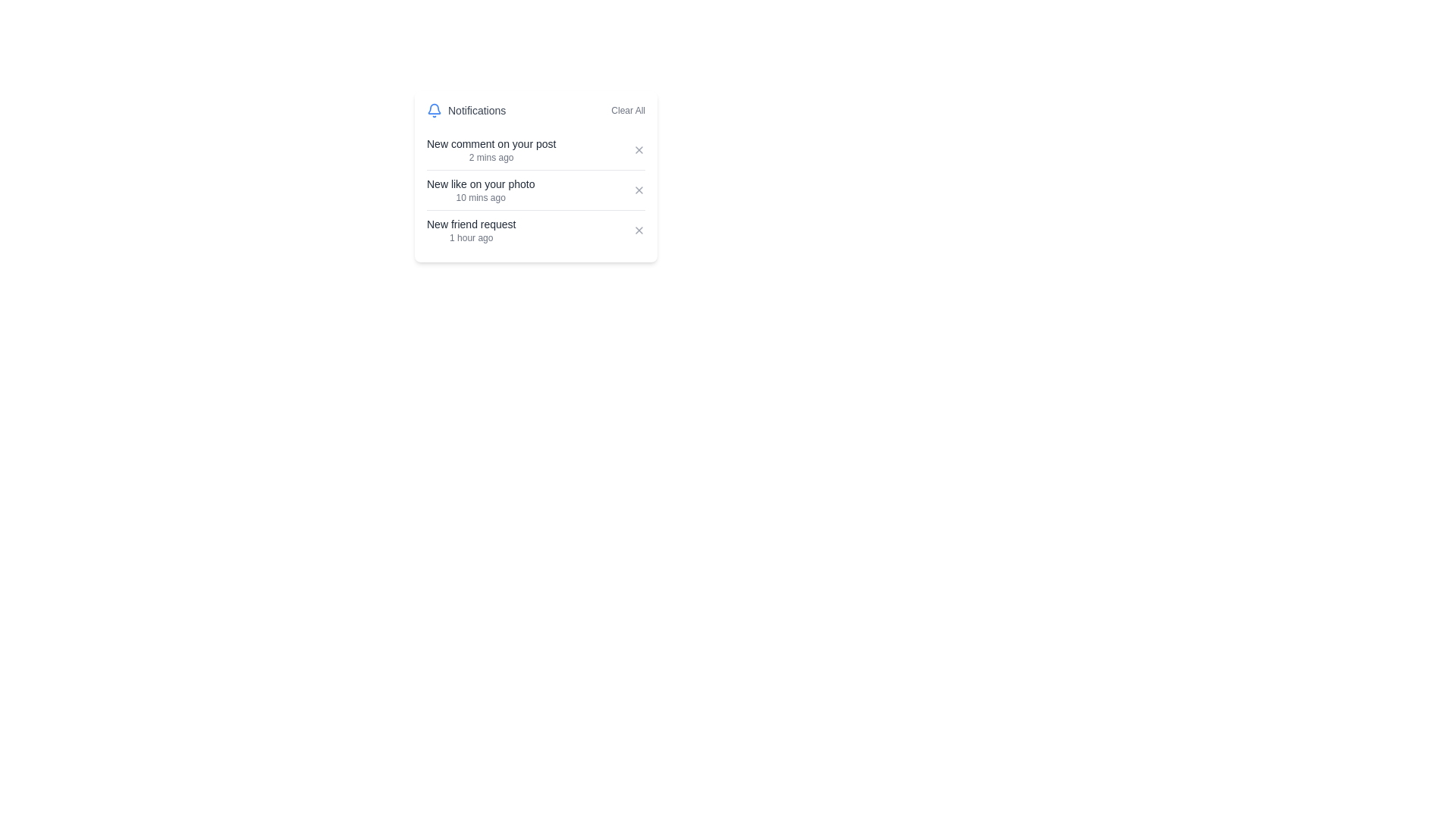 This screenshot has width=1456, height=819. Describe the element at coordinates (535, 189) in the screenshot. I see `the timestamp in the second notification entry of the notification list` at that location.